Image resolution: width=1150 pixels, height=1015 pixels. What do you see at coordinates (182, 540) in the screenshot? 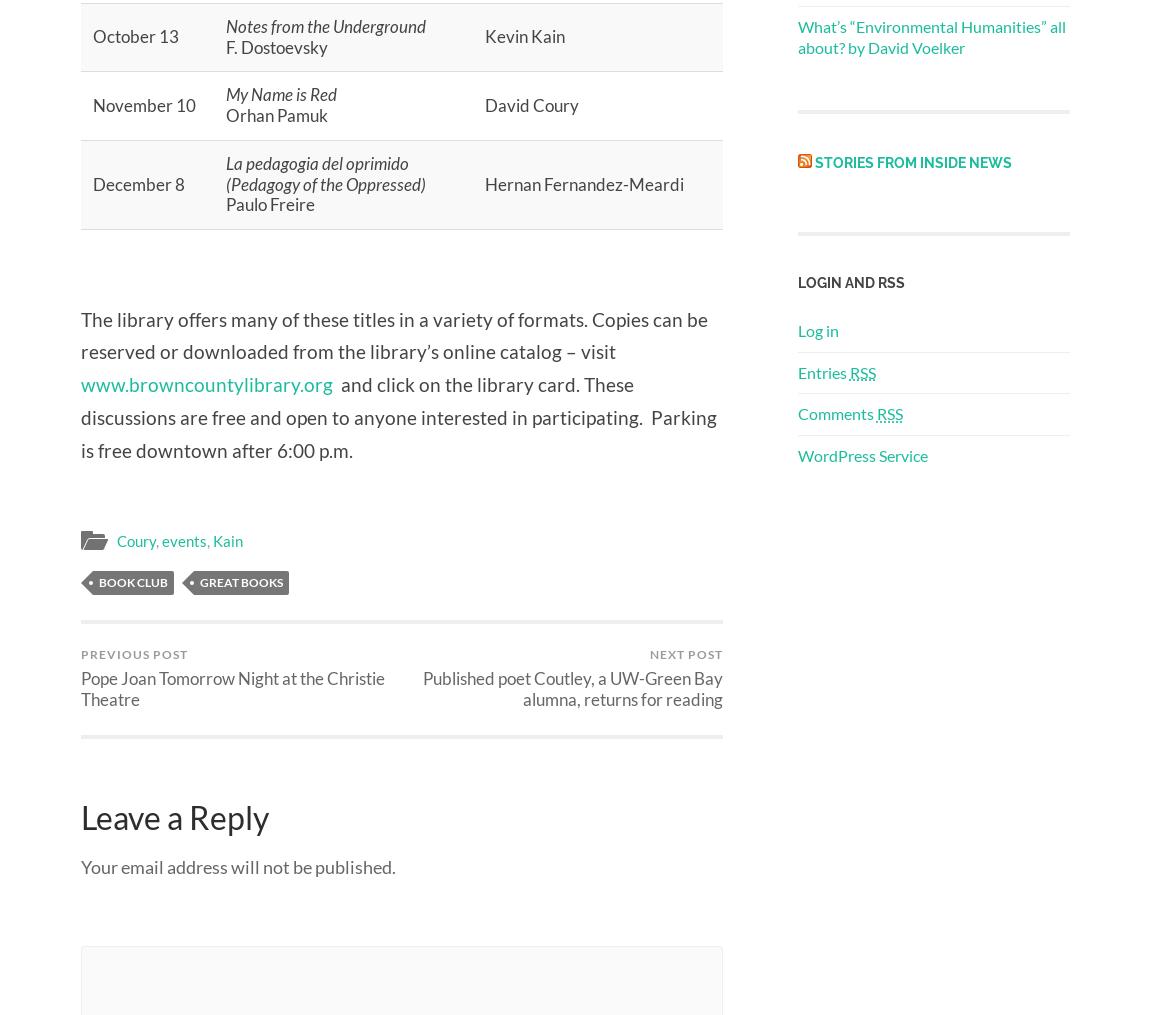
I see `'events'` at bounding box center [182, 540].